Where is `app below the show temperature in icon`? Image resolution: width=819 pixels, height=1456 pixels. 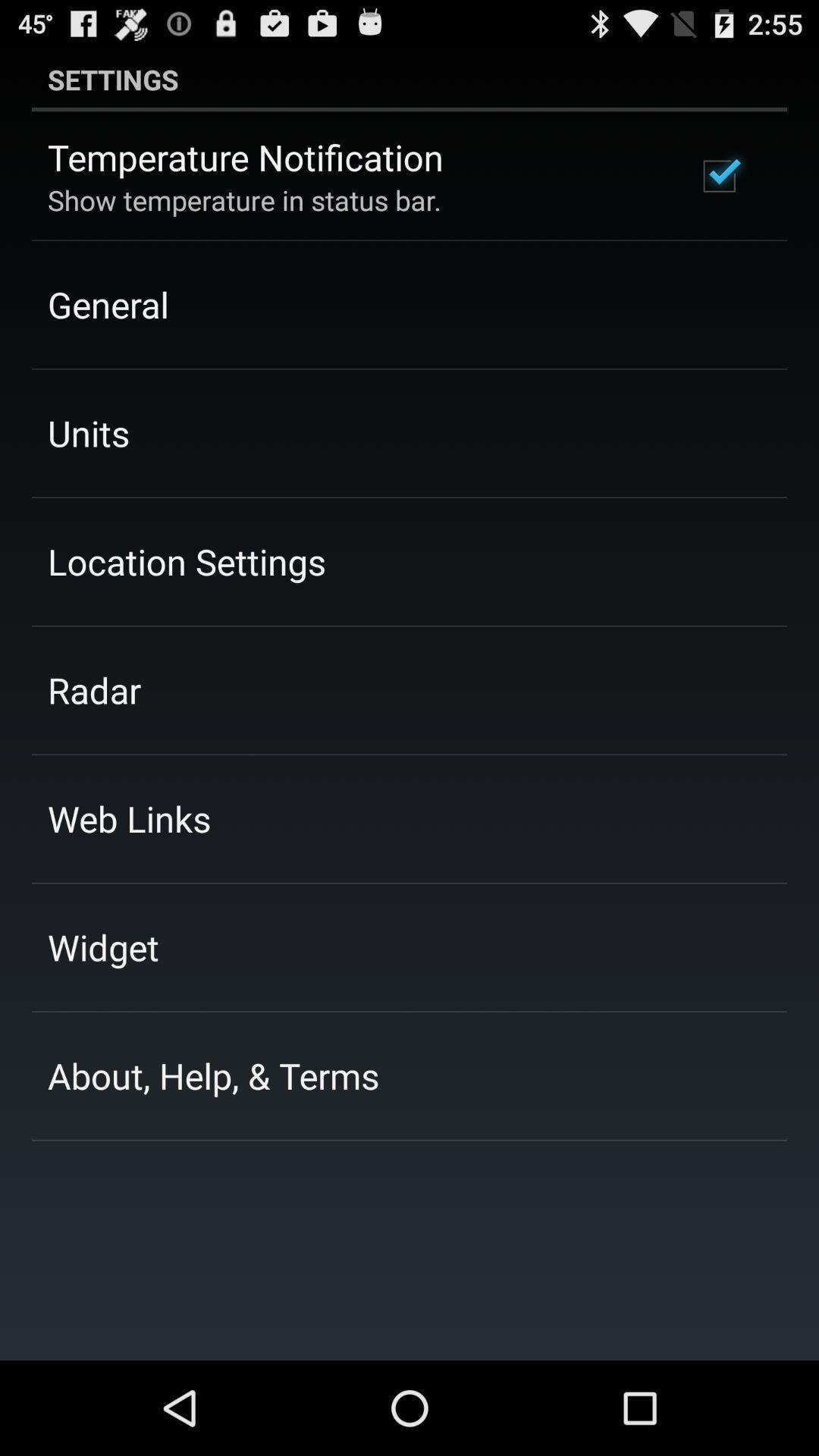
app below the show temperature in icon is located at coordinates (107, 303).